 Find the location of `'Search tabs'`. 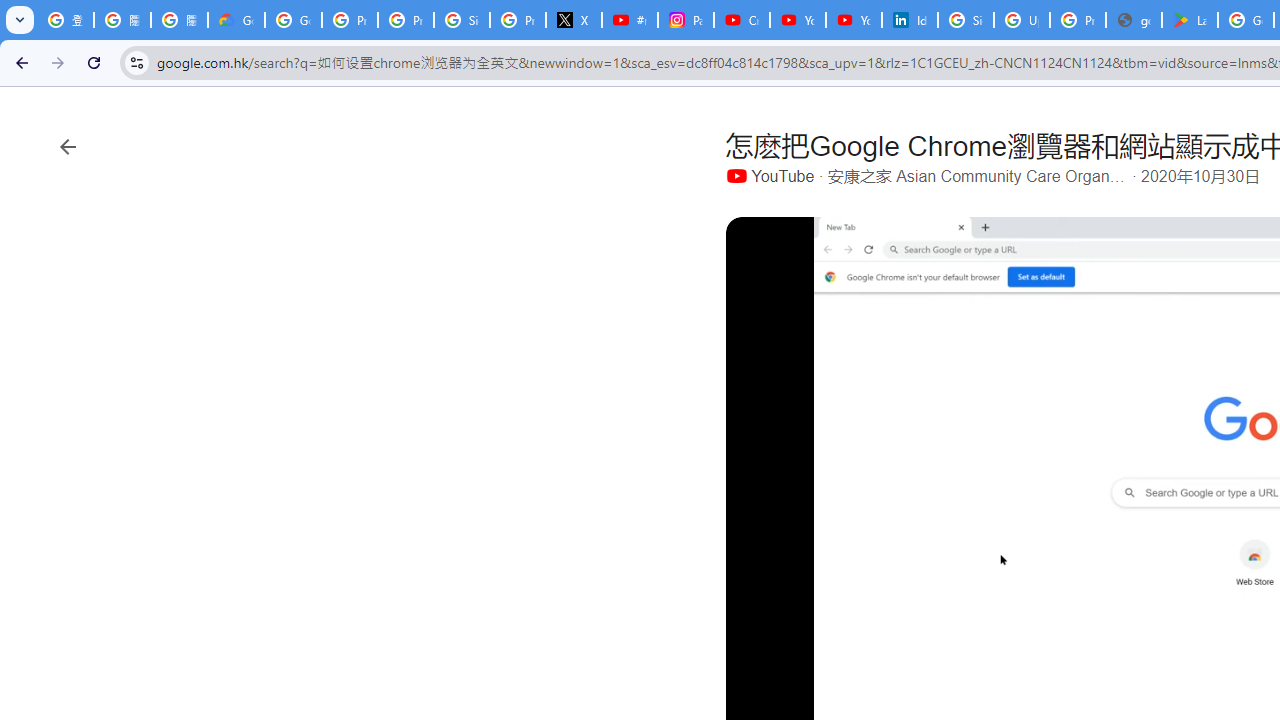

'Search tabs' is located at coordinates (20, 20).